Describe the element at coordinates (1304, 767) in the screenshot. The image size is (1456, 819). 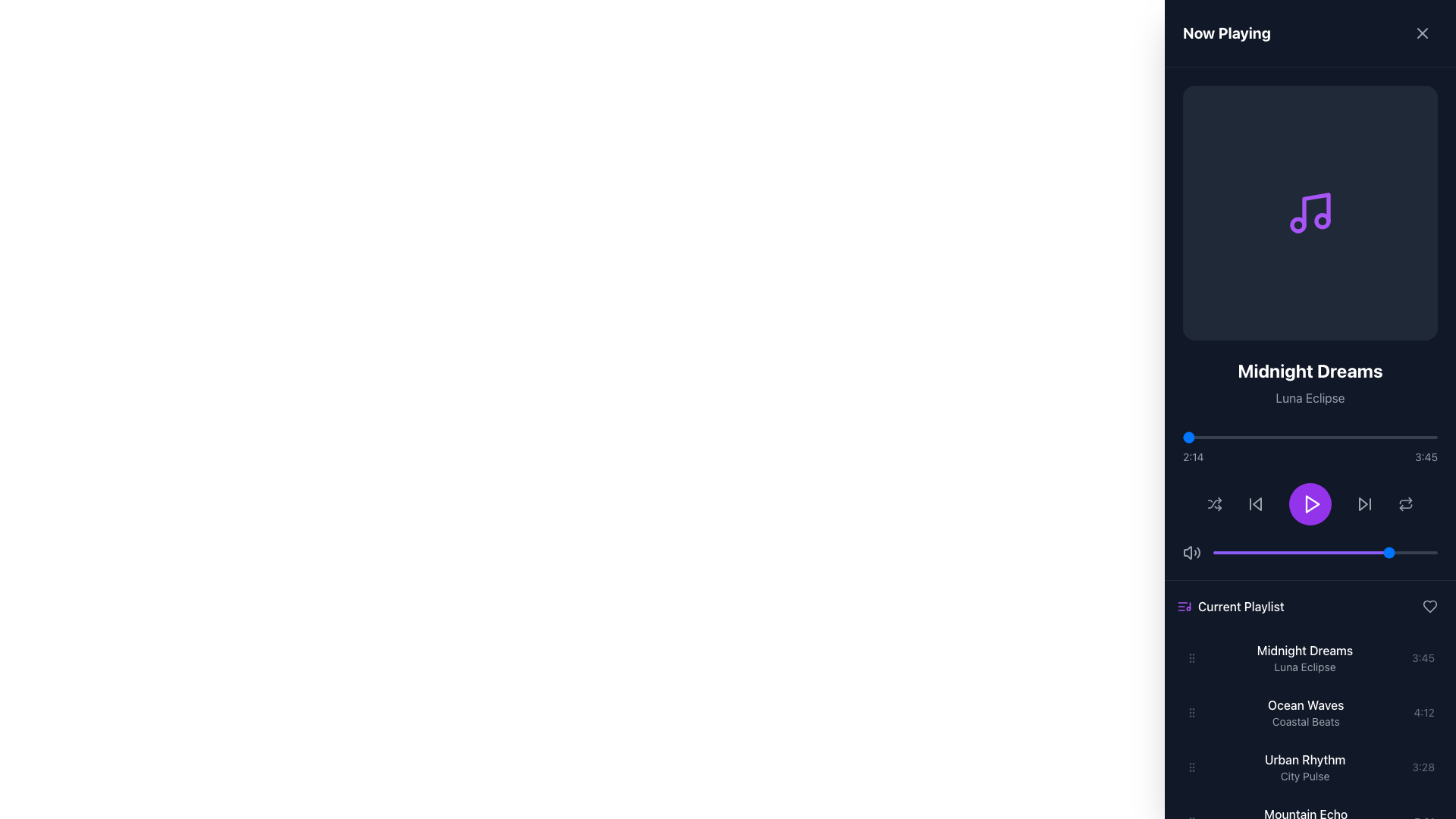
I see `the fourth item` at that location.